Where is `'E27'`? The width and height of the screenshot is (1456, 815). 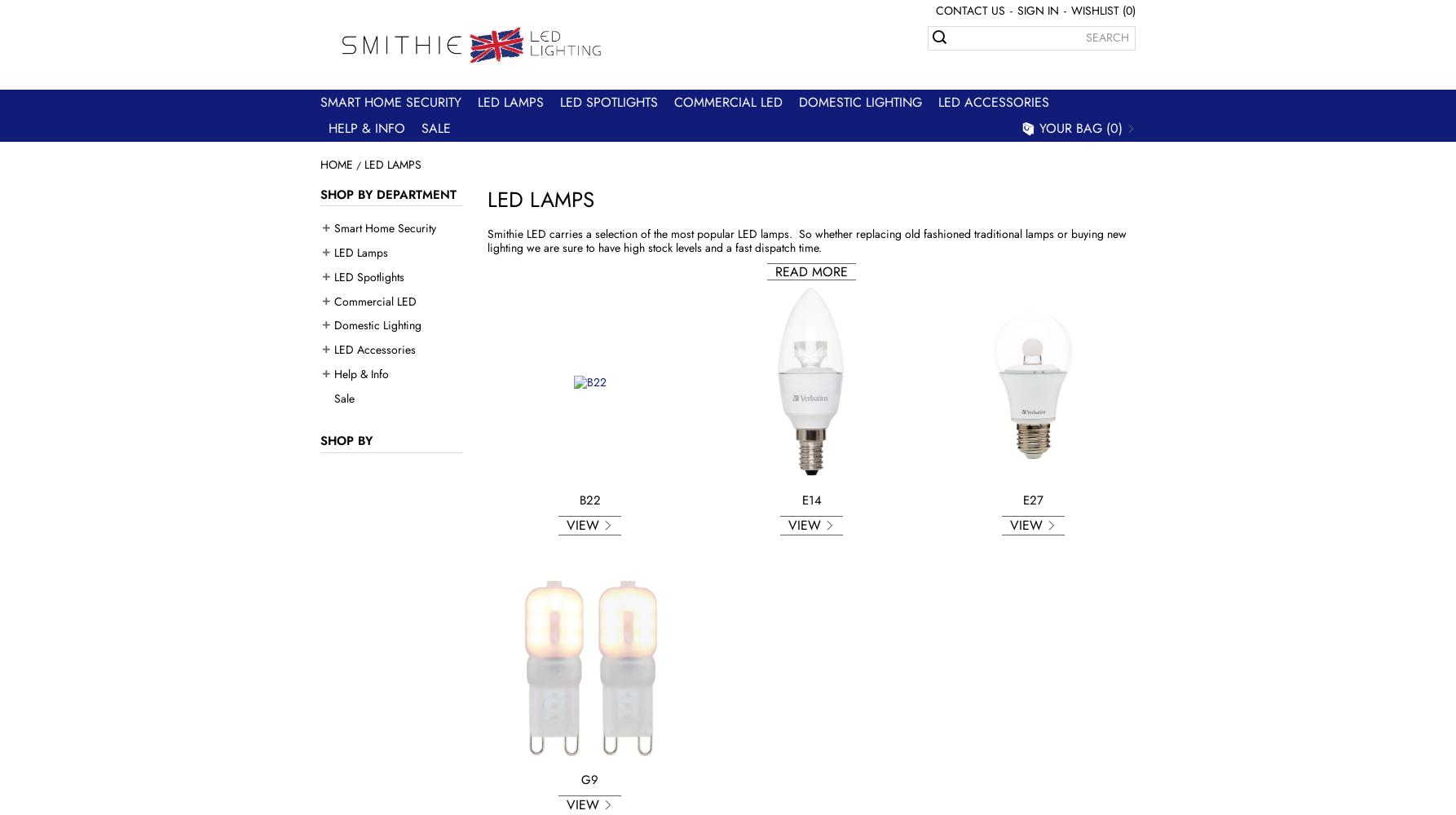
'E27' is located at coordinates (1033, 500).